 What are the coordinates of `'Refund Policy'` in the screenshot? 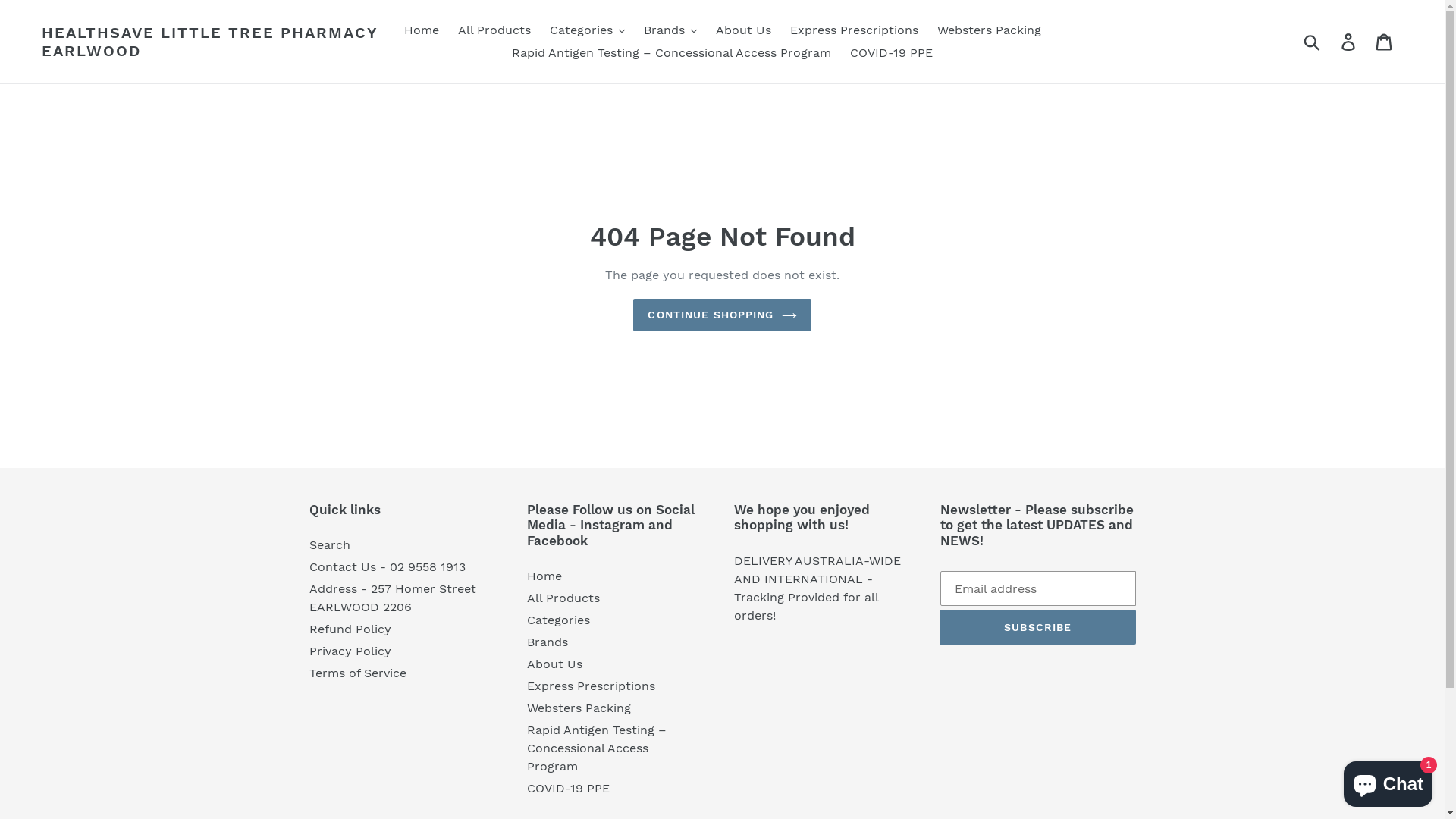 It's located at (349, 629).